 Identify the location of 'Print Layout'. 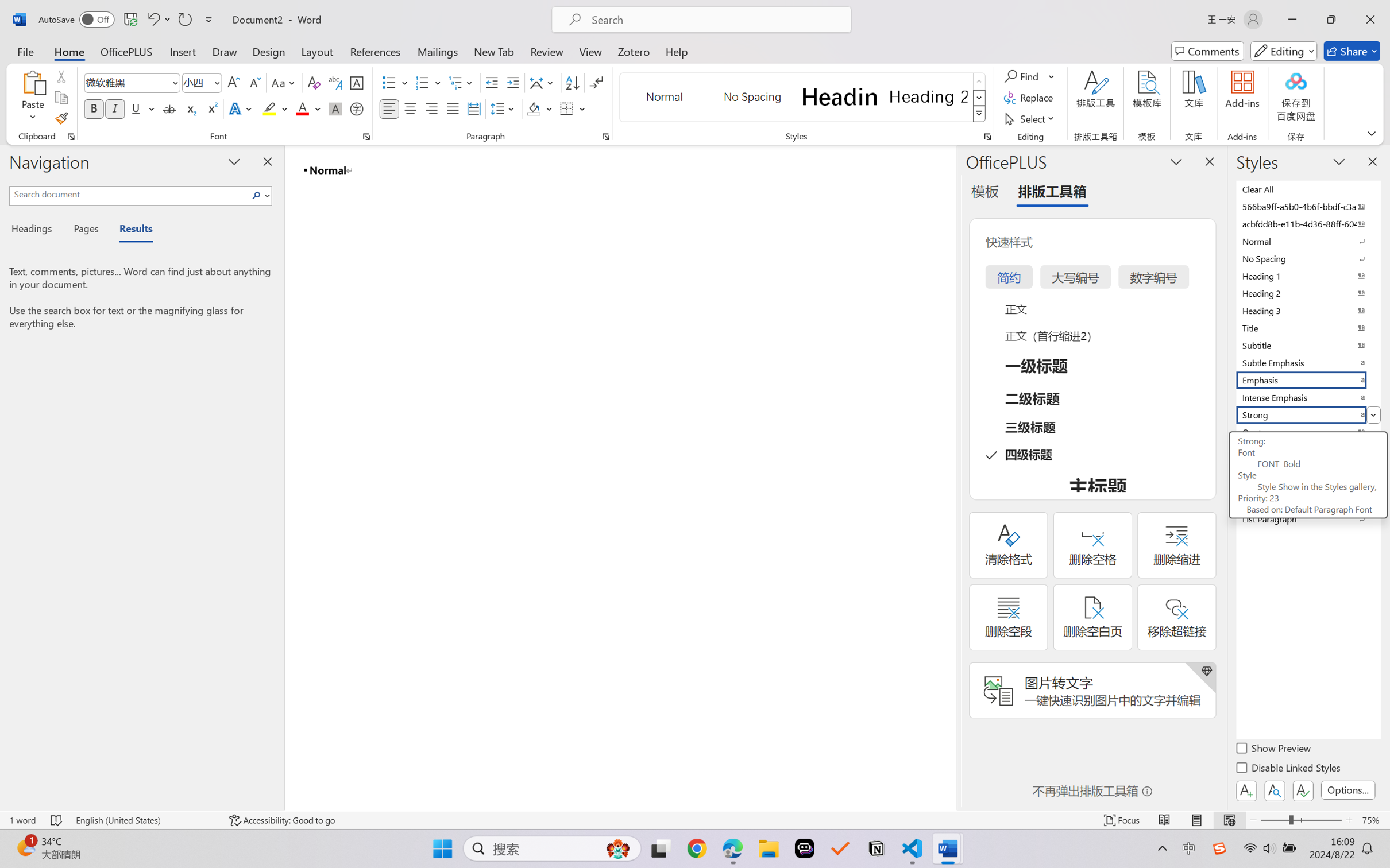
(1196, 820).